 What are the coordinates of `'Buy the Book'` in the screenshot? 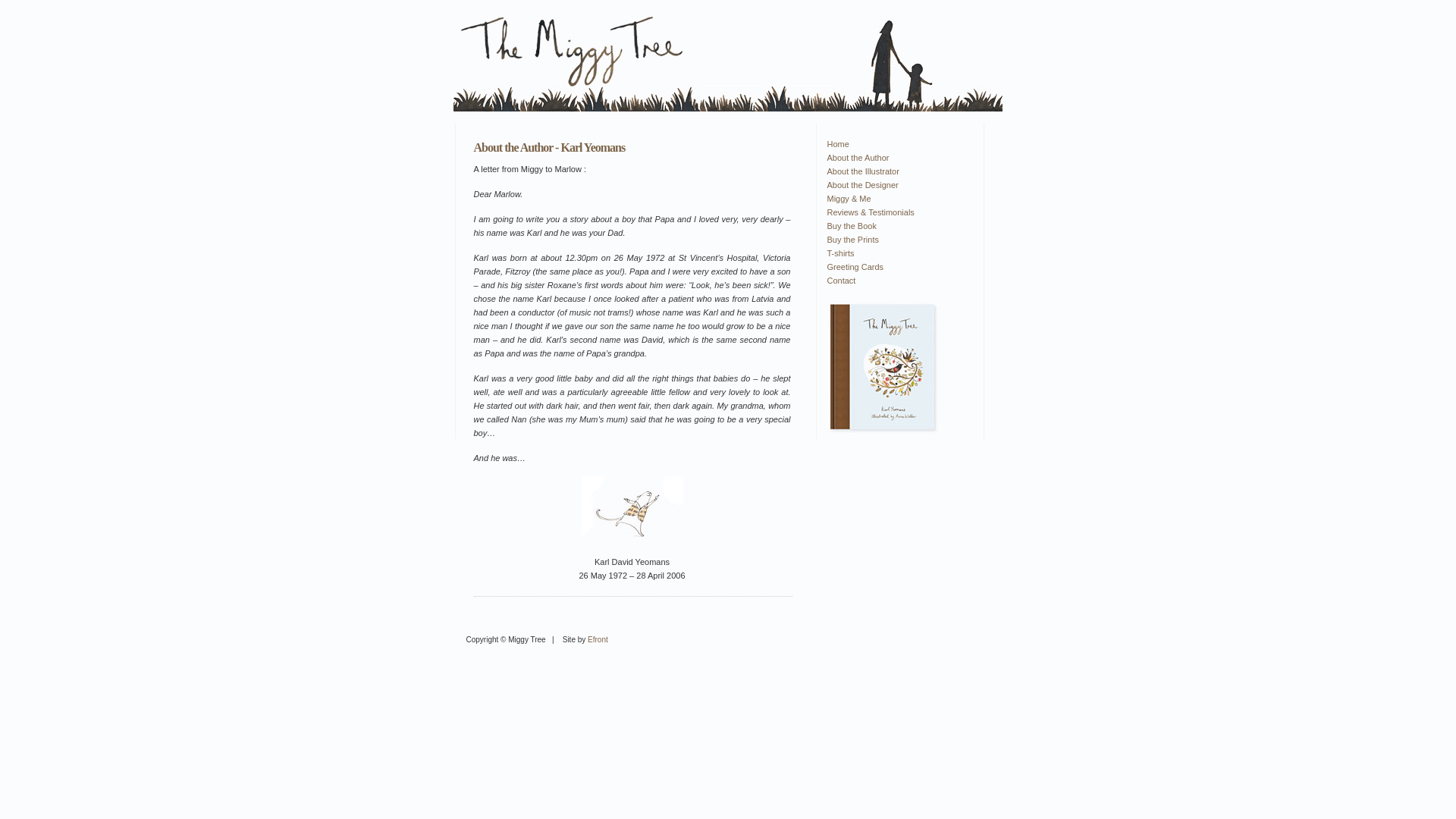 It's located at (895, 225).